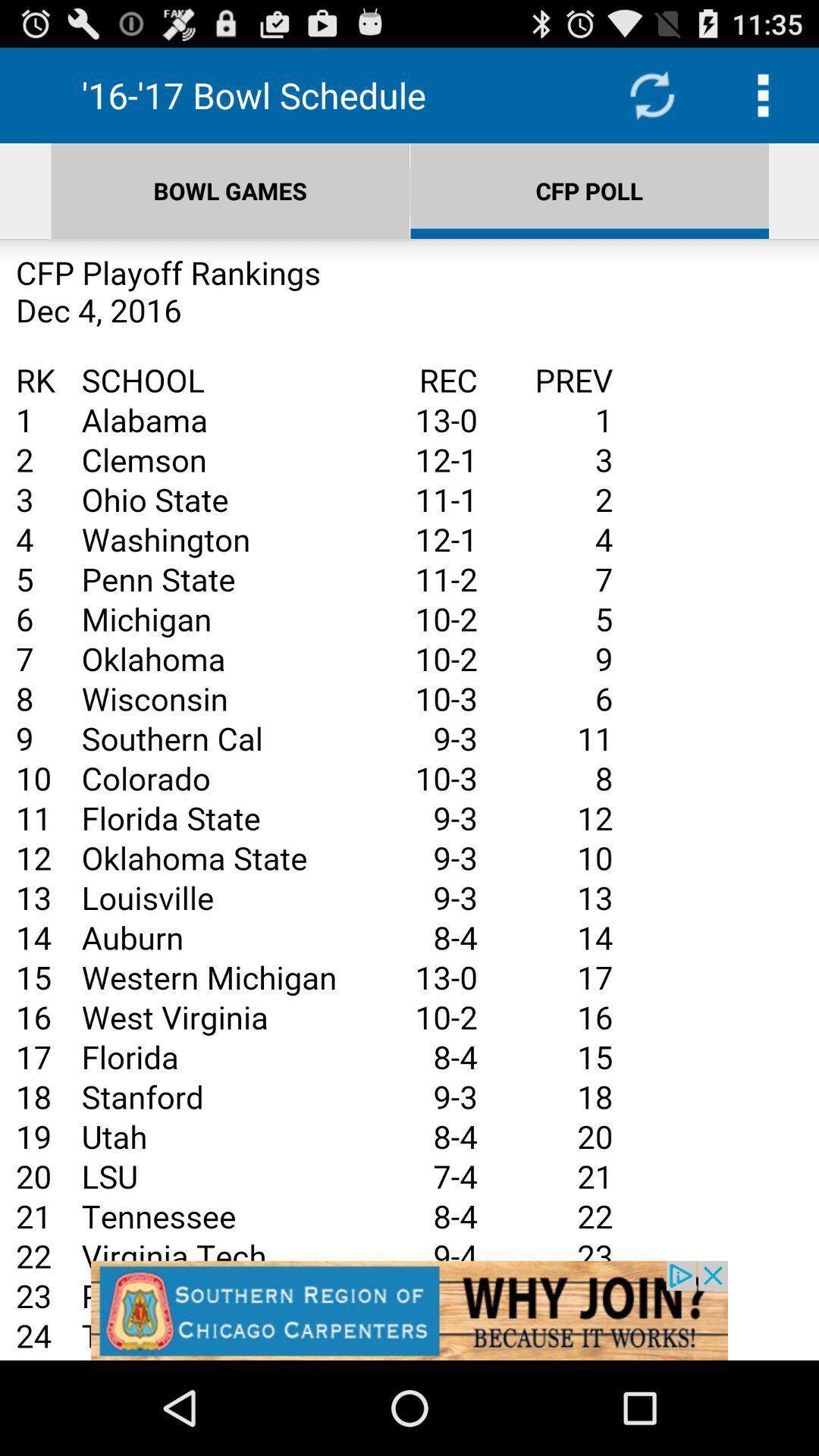 This screenshot has height=1456, width=819. I want to click on account using in name, so click(409, 799).